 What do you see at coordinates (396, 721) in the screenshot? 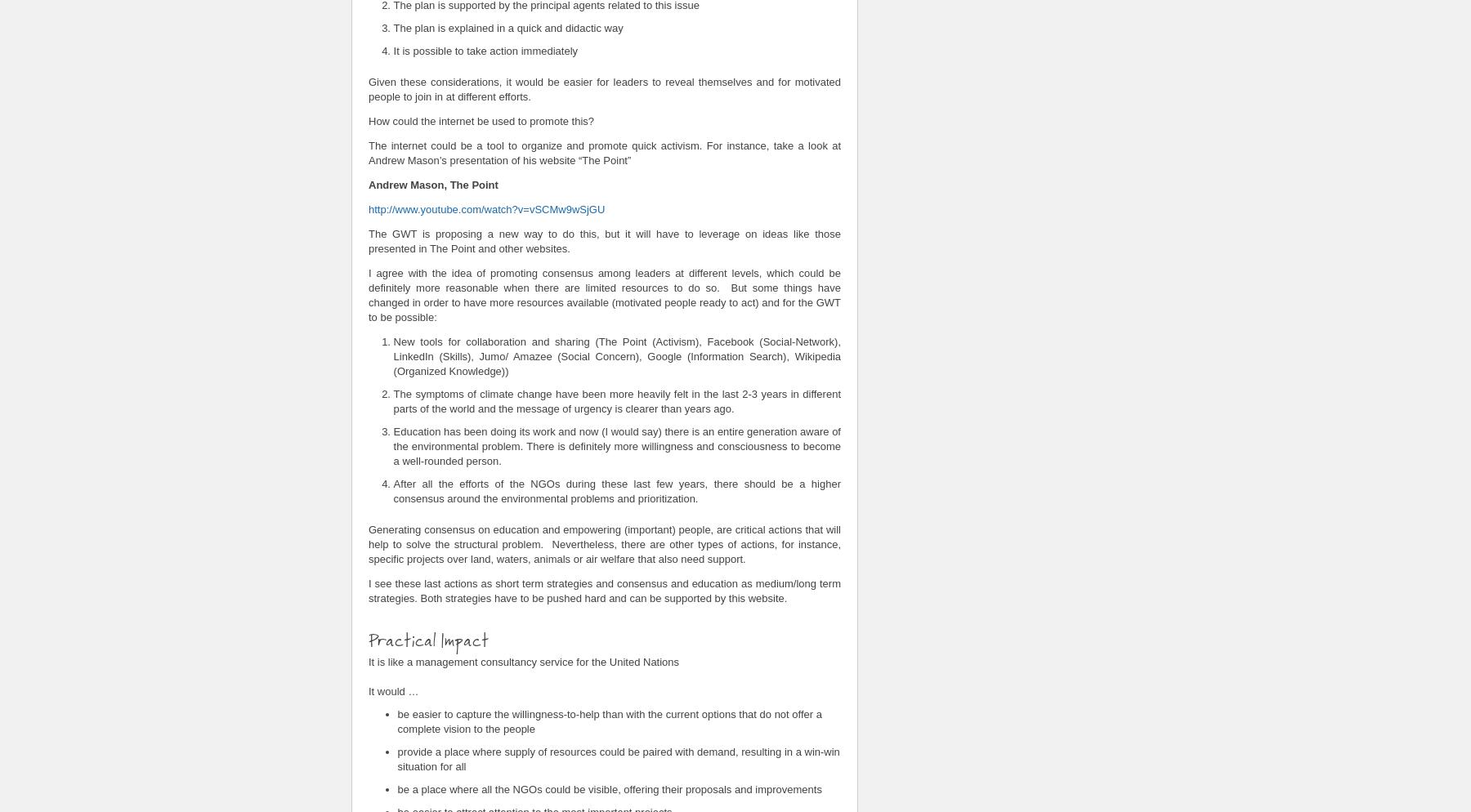
I see `'be easier to capture the willingness-to-help than with the current options that do not offer a complete vision to the people'` at bounding box center [396, 721].